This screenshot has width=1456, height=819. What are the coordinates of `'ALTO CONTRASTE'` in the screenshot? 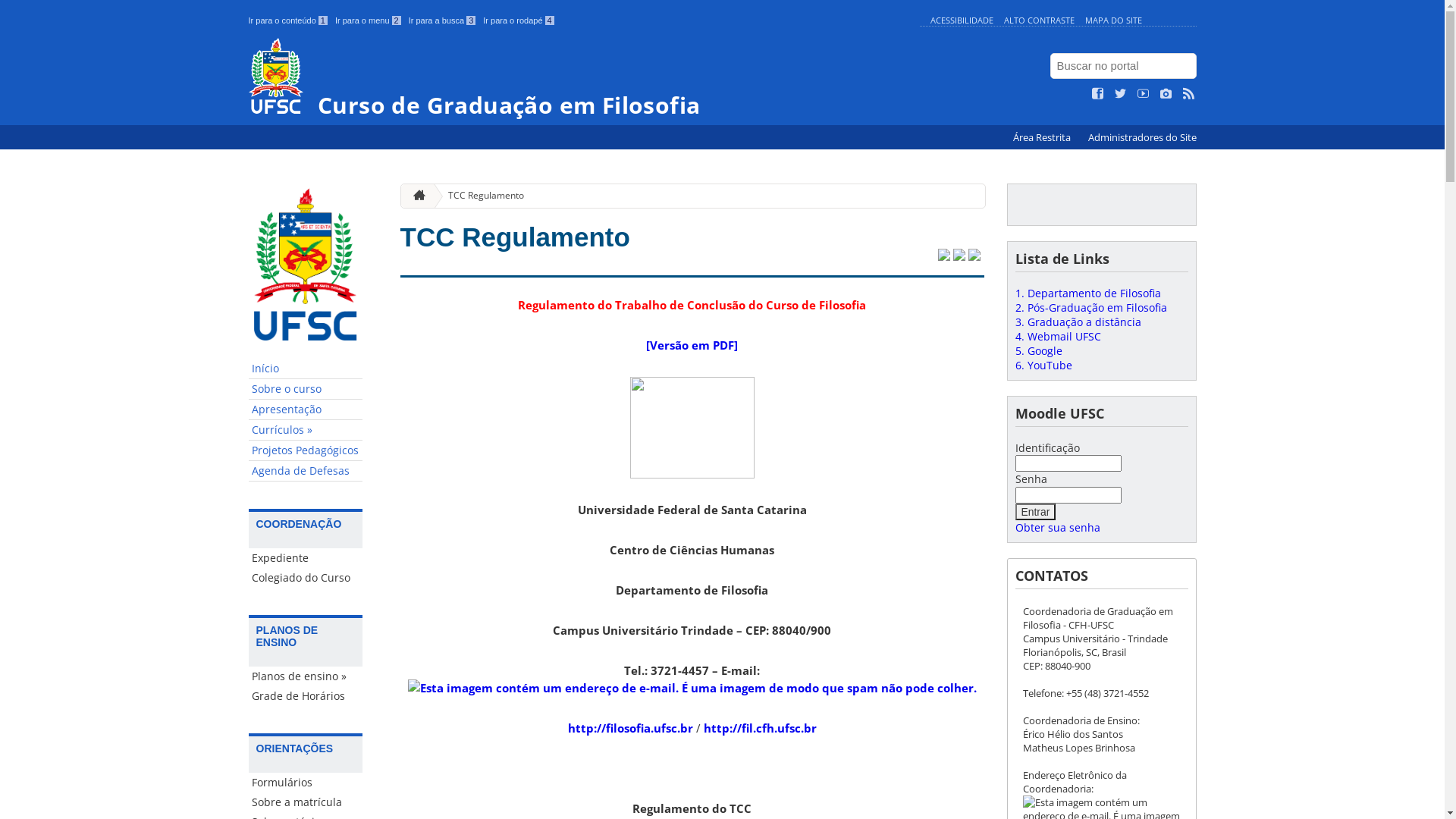 It's located at (1038, 20).